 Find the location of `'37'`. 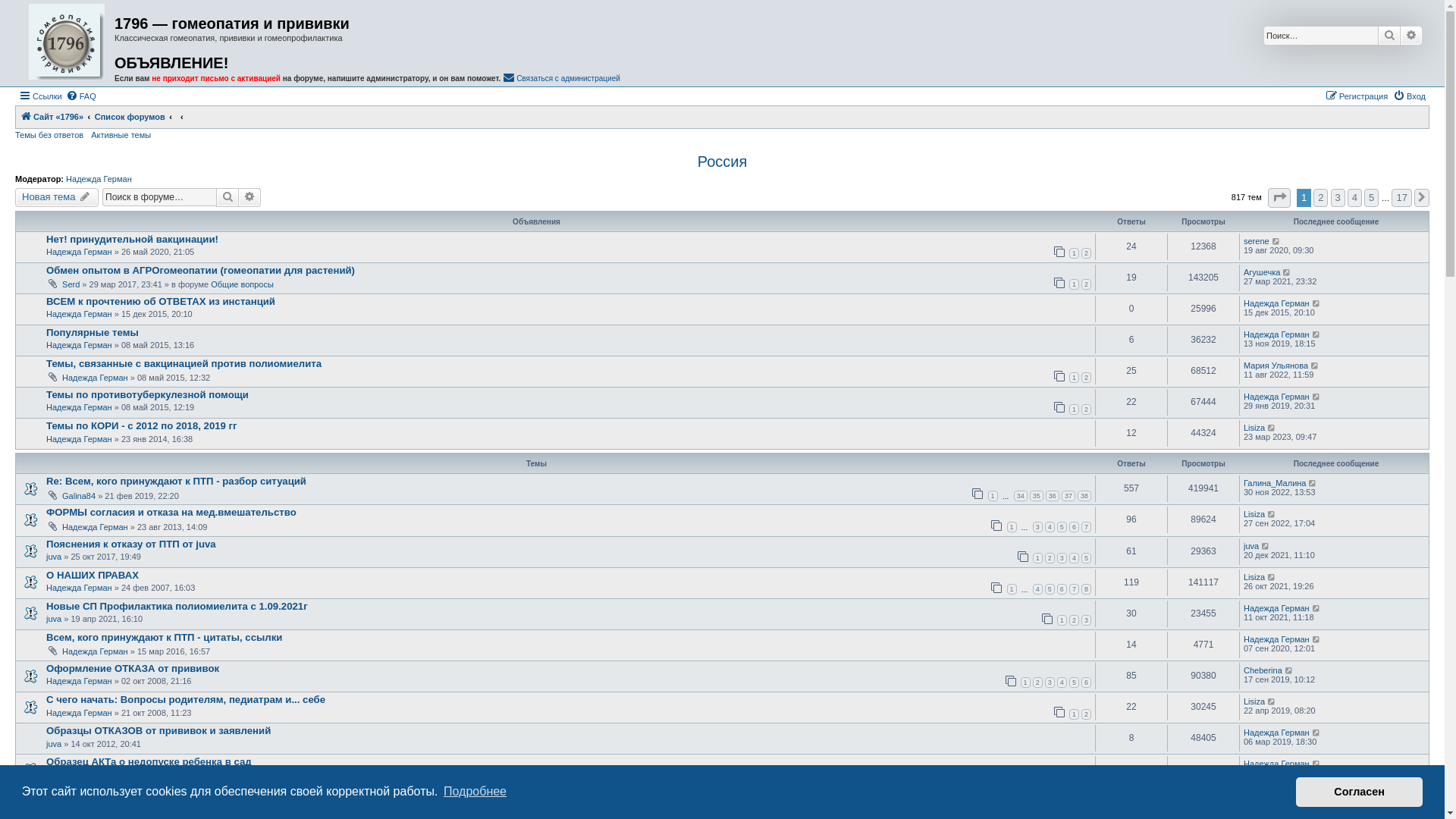

'37' is located at coordinates (1061, 496).